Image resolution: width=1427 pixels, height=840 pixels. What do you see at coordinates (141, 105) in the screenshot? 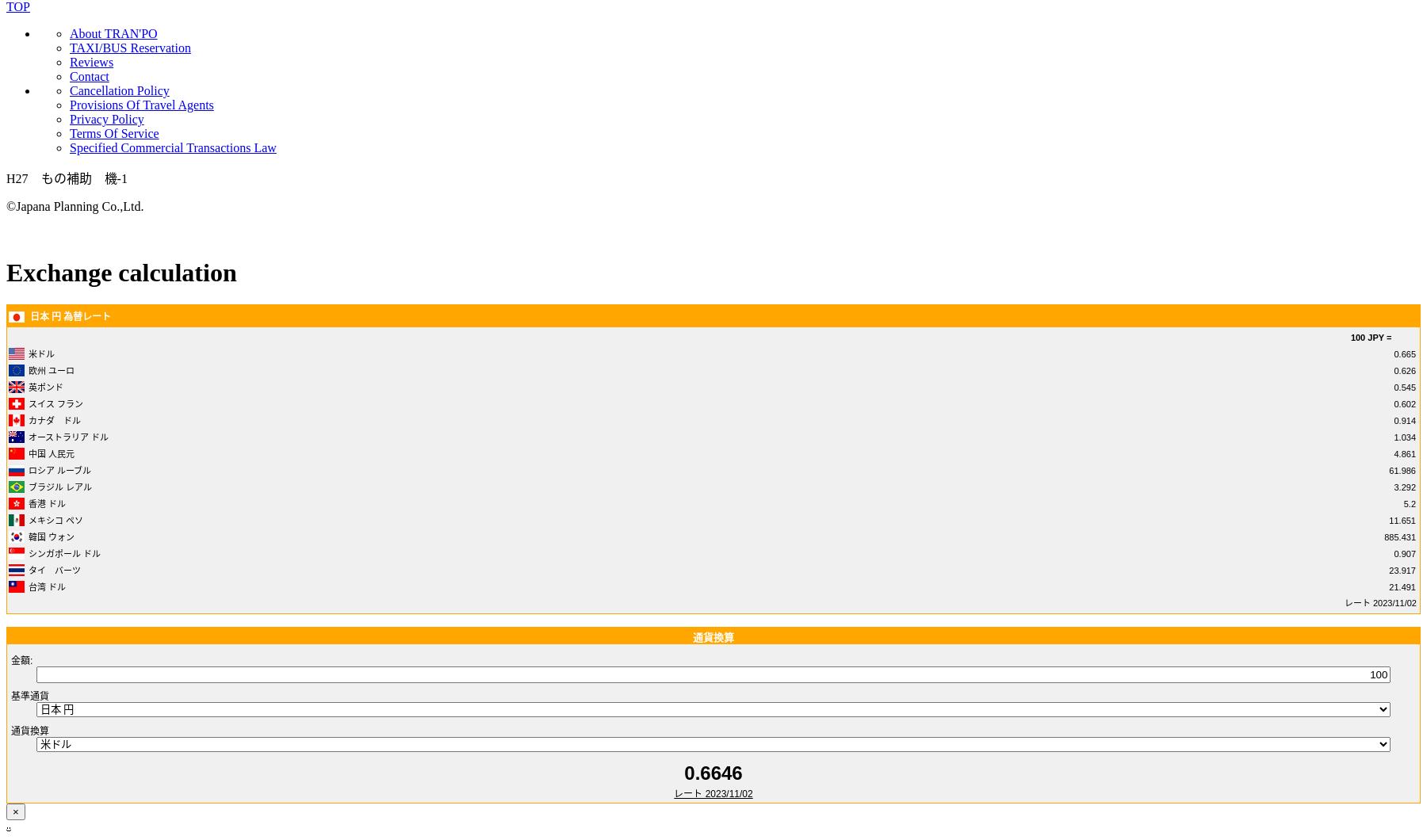
I see `'Provisions Of Travel Agents'` at bounding box center [141, 105].